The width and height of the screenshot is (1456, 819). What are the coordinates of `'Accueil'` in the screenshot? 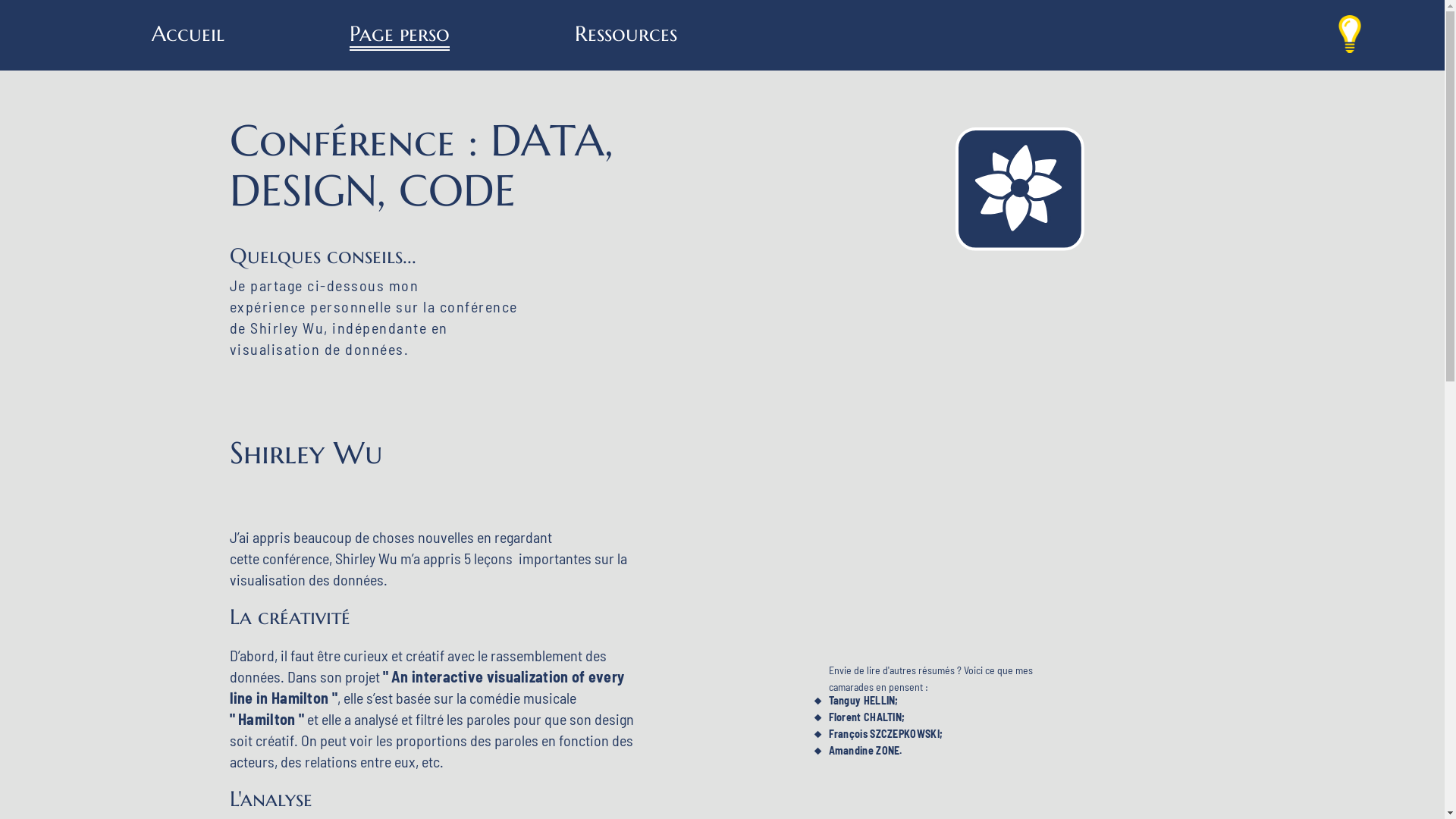 It's located at (187, 35).